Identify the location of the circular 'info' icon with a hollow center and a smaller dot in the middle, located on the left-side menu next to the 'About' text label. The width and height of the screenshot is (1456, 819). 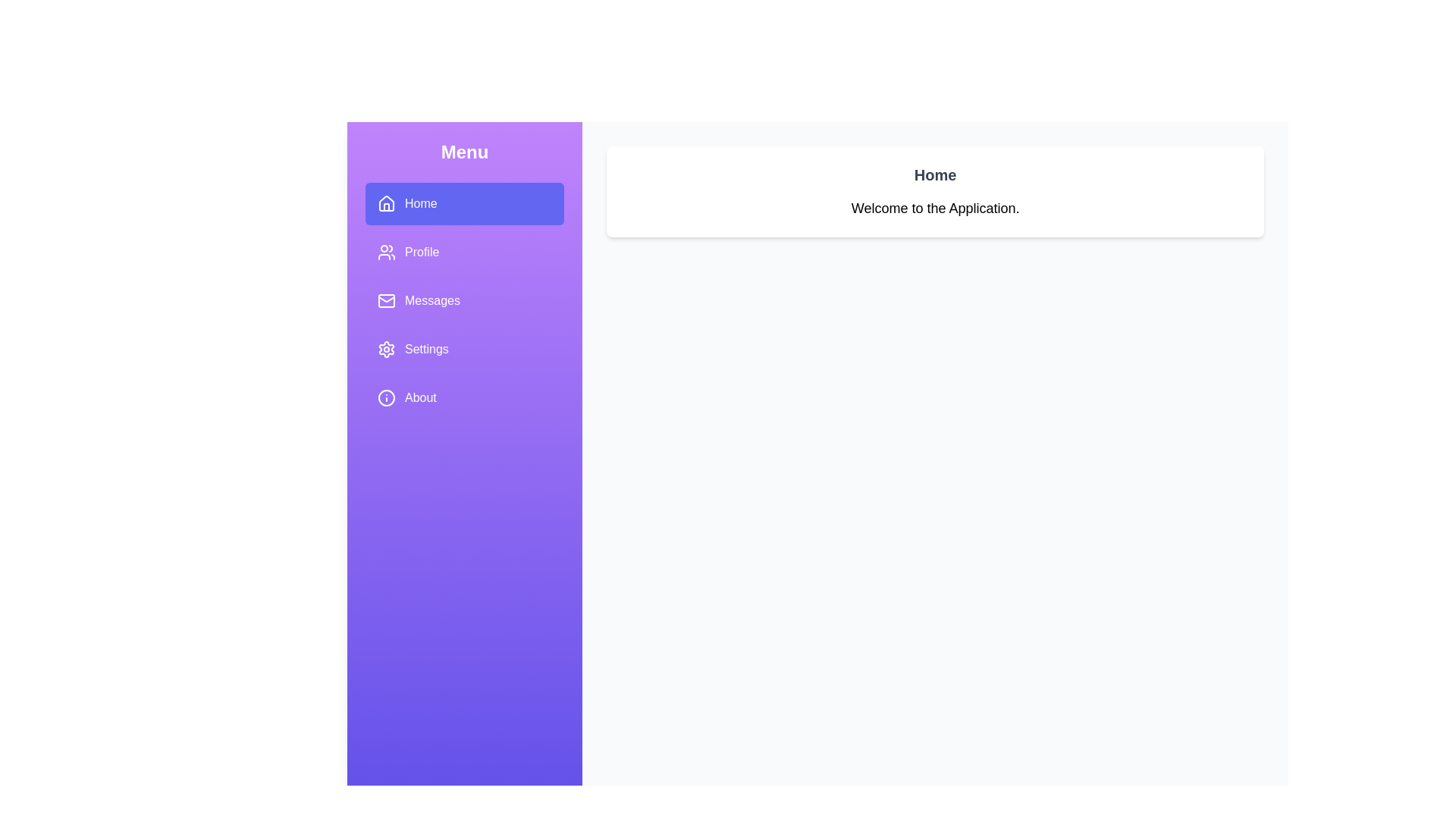
(386, 397).